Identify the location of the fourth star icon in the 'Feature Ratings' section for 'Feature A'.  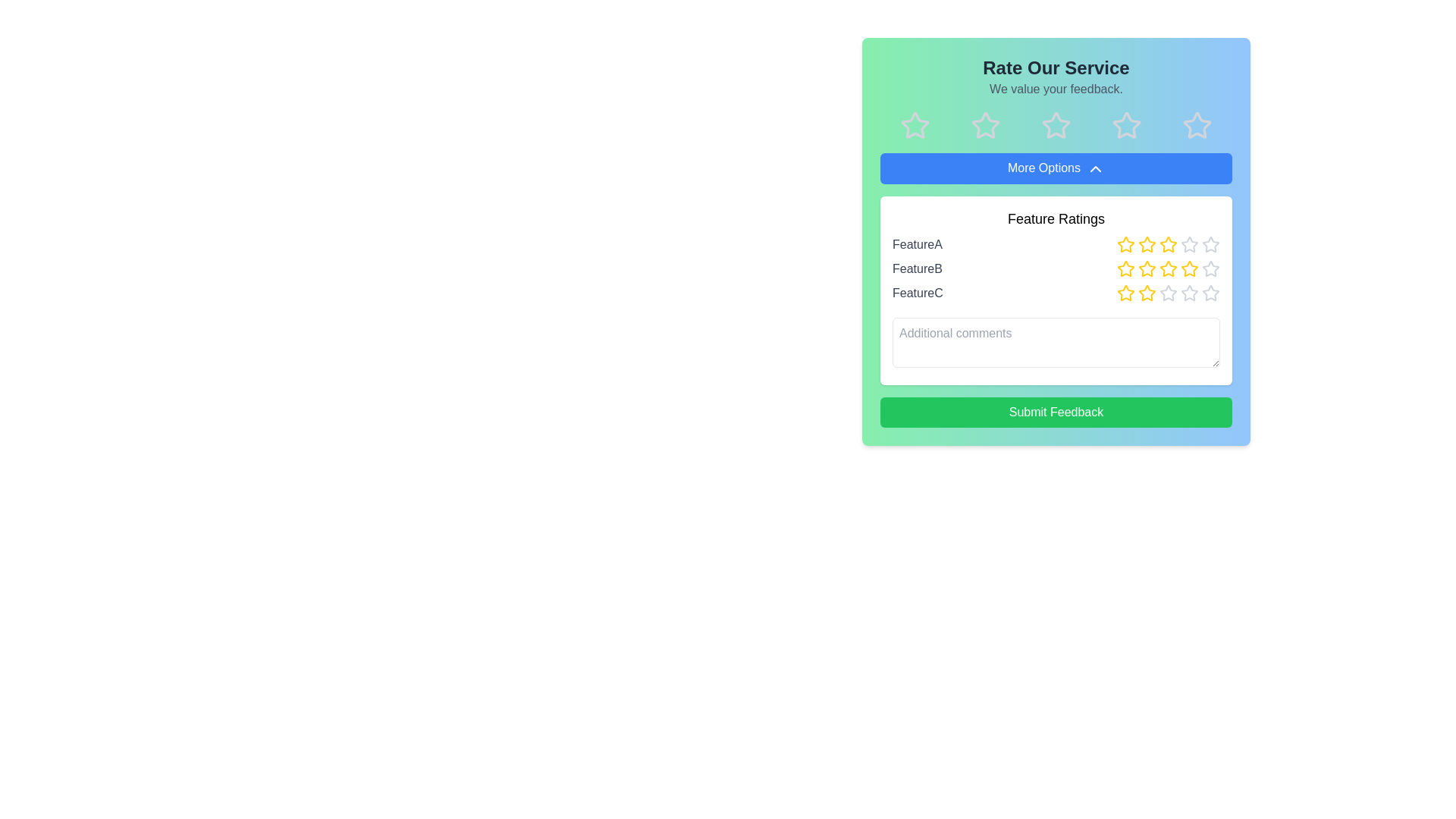
(1210, 243).